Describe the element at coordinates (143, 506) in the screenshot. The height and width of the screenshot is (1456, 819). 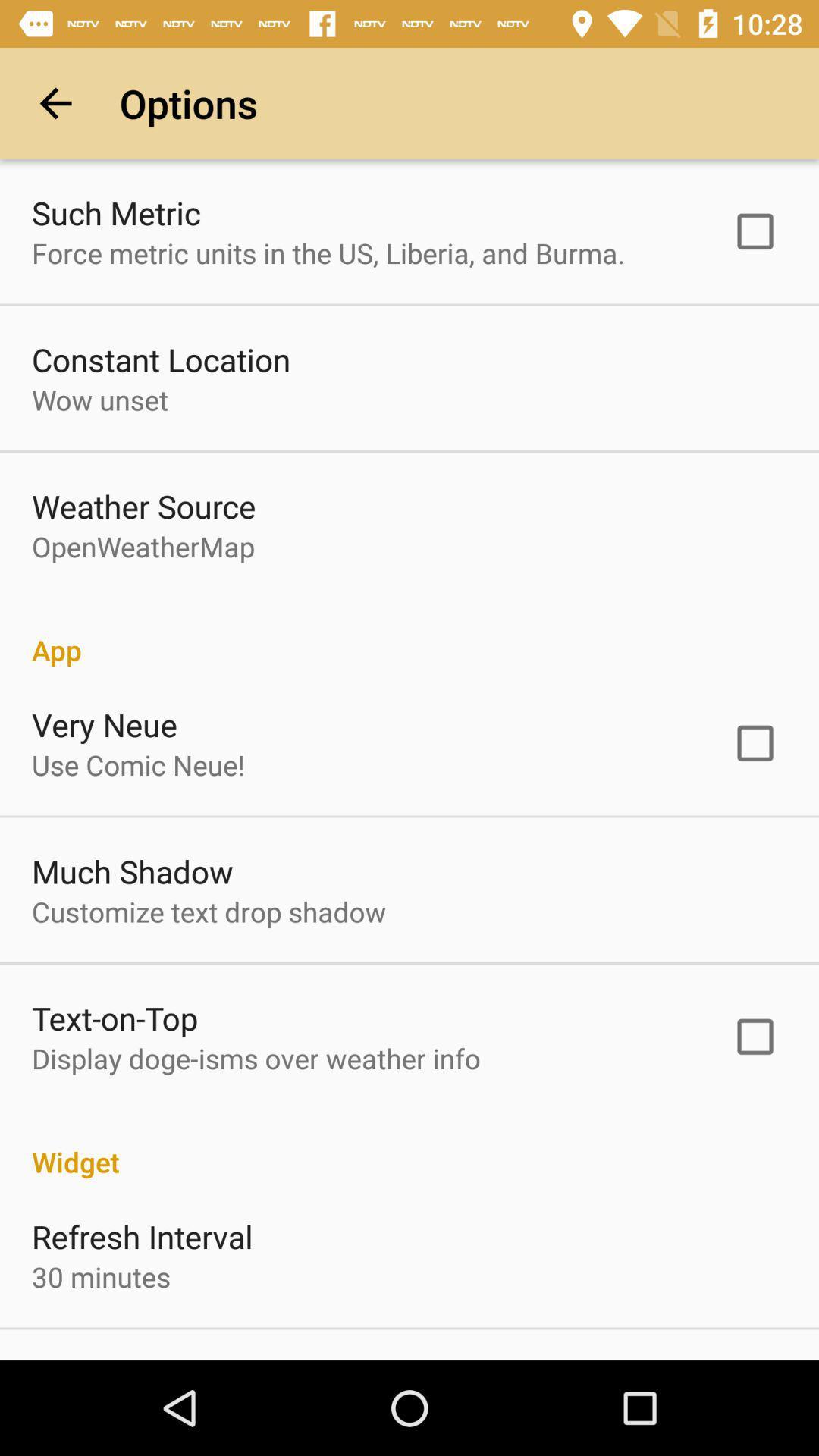
I see `app above openweathermap icon` at that location.